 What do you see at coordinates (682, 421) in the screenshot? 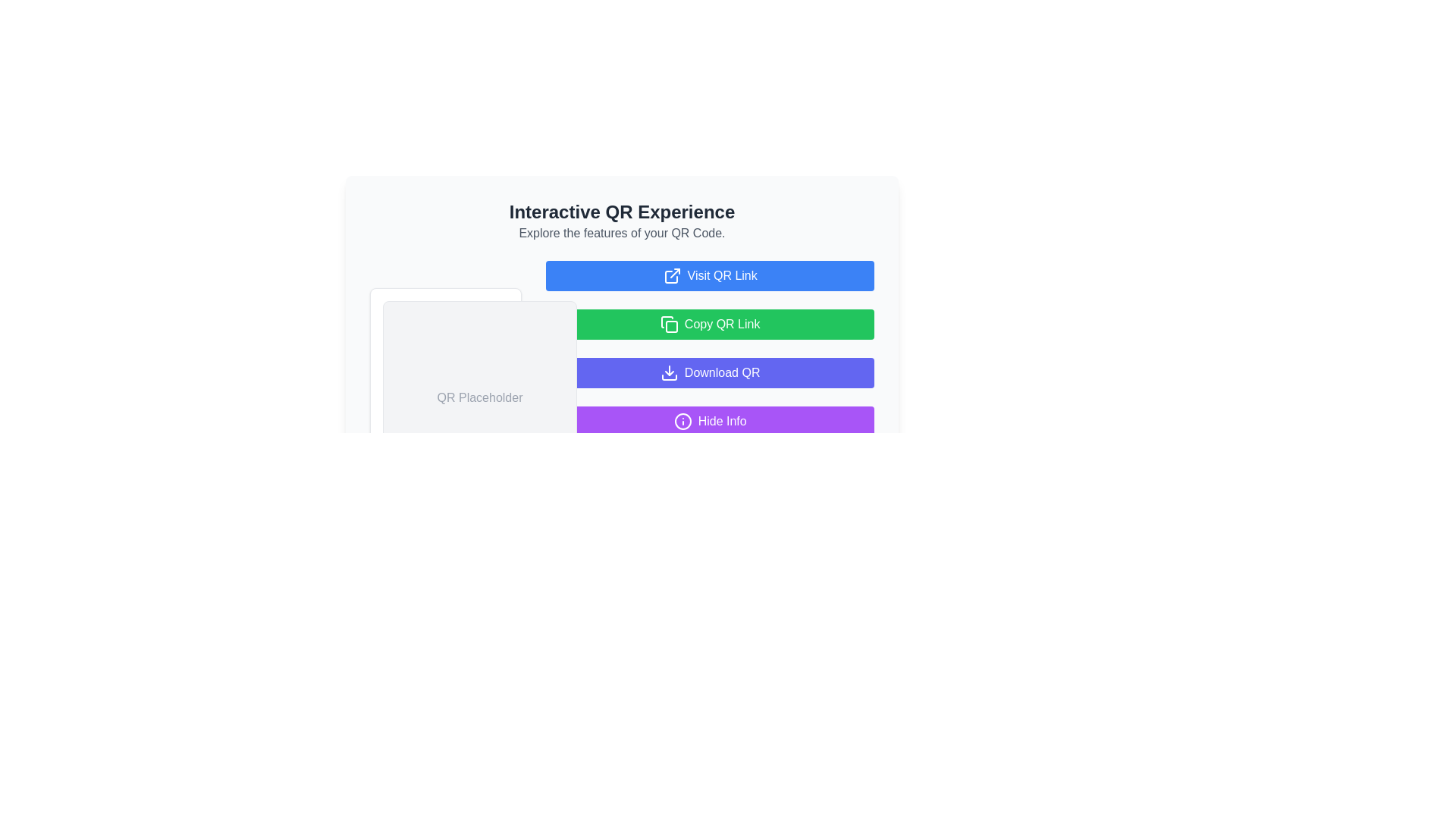
I see `the SVG Circle element styled without fill and with a stroke, part of an information icon located in the bottom right of the interface near the 'Hide Info' button` at bounding box center [682, 421].